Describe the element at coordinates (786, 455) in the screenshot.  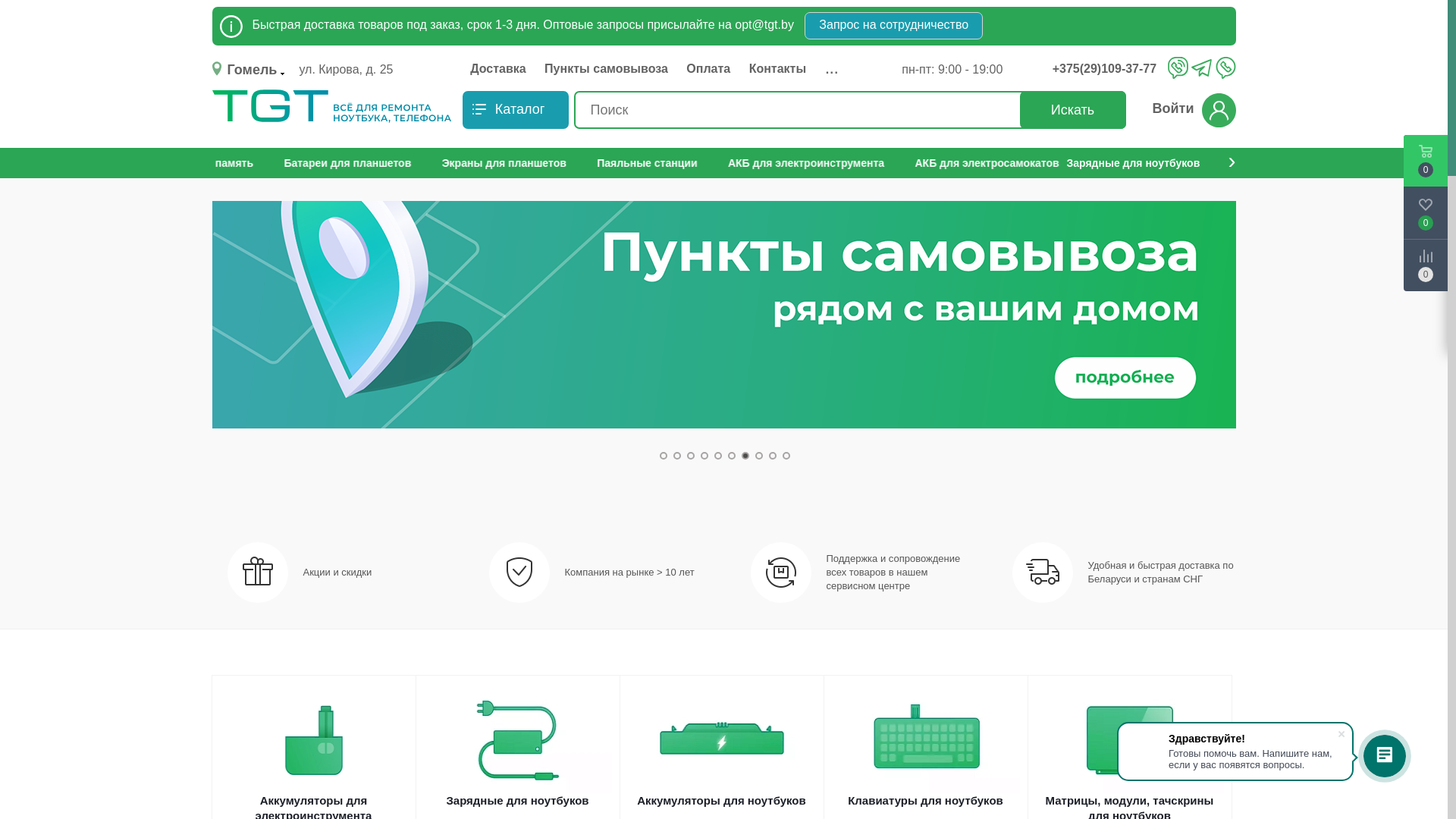
I see `'10'` at that location.